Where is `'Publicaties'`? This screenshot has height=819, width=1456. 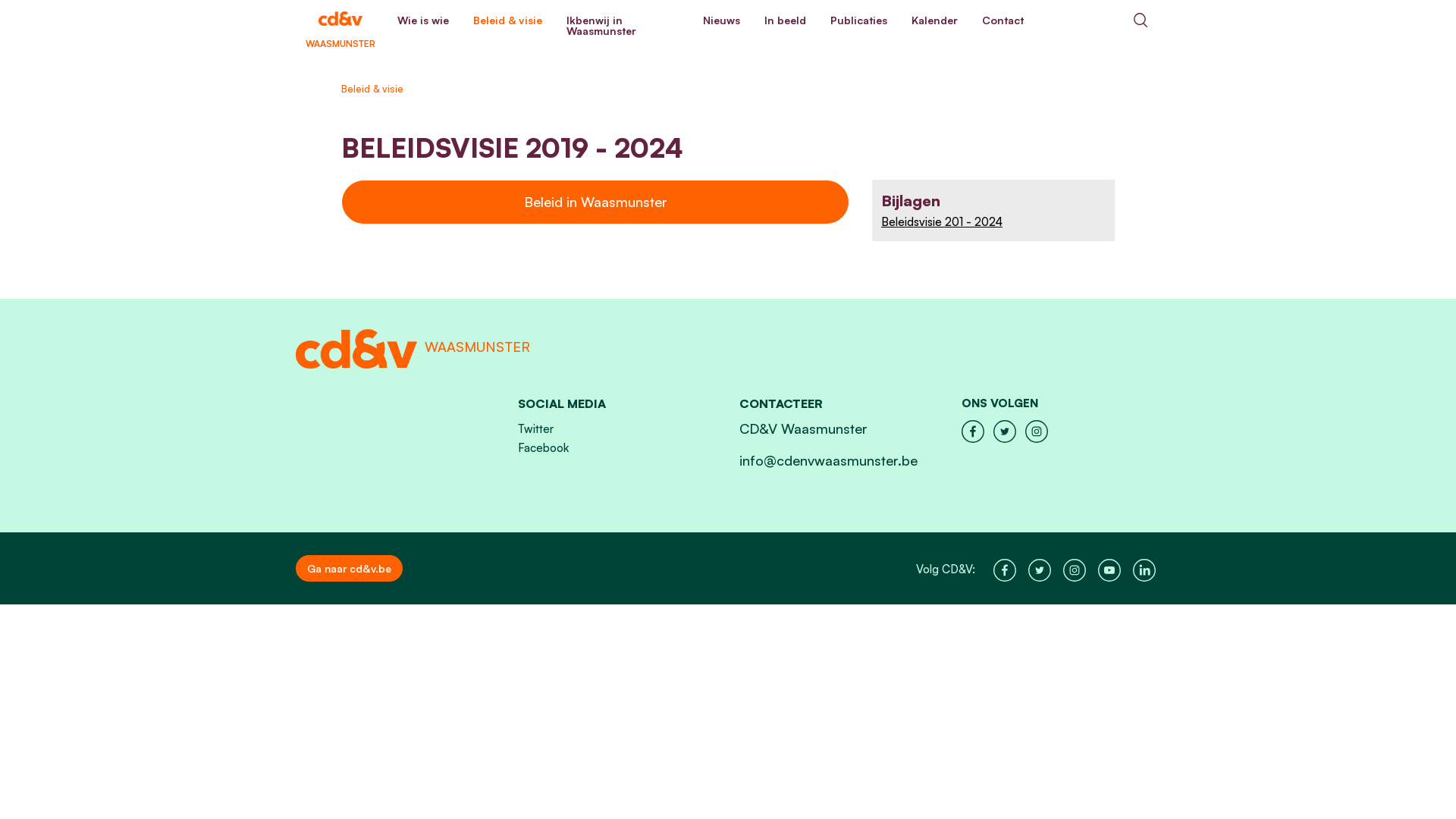
'Publicaties' is located at coordinates (858, 20).